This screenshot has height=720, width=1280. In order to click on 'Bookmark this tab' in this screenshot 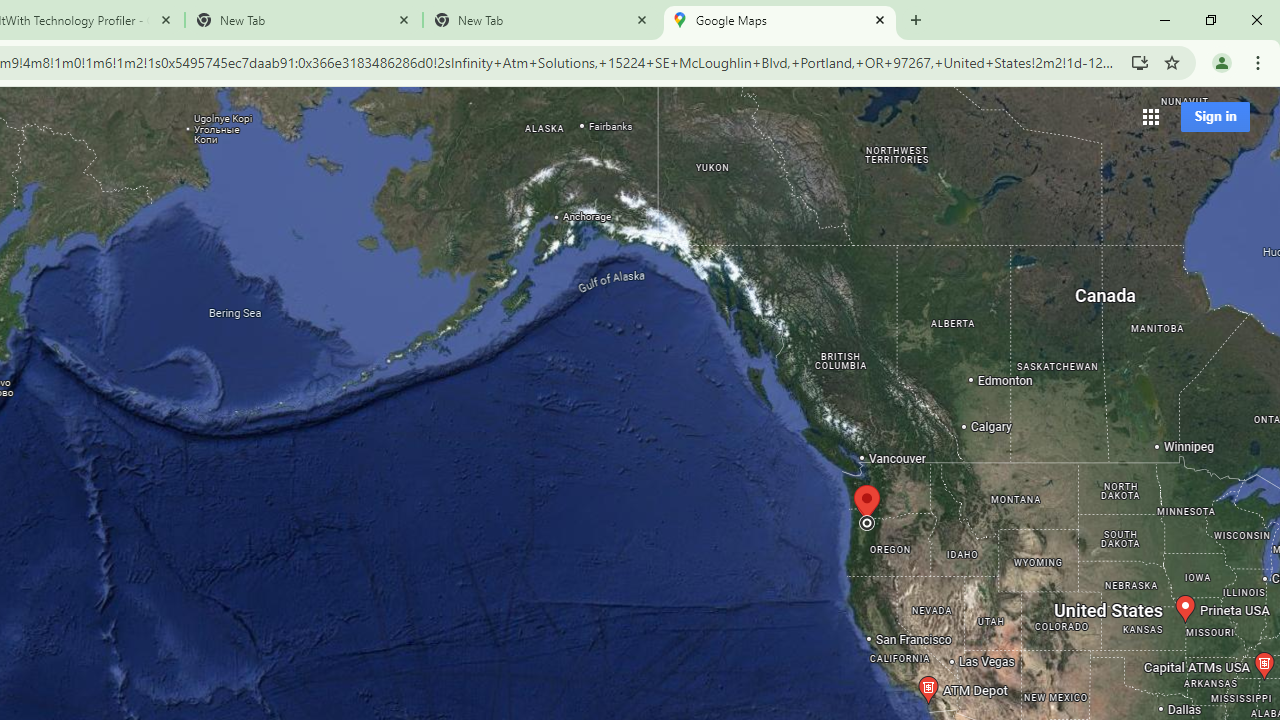, I will do `click(1171, 61)`.